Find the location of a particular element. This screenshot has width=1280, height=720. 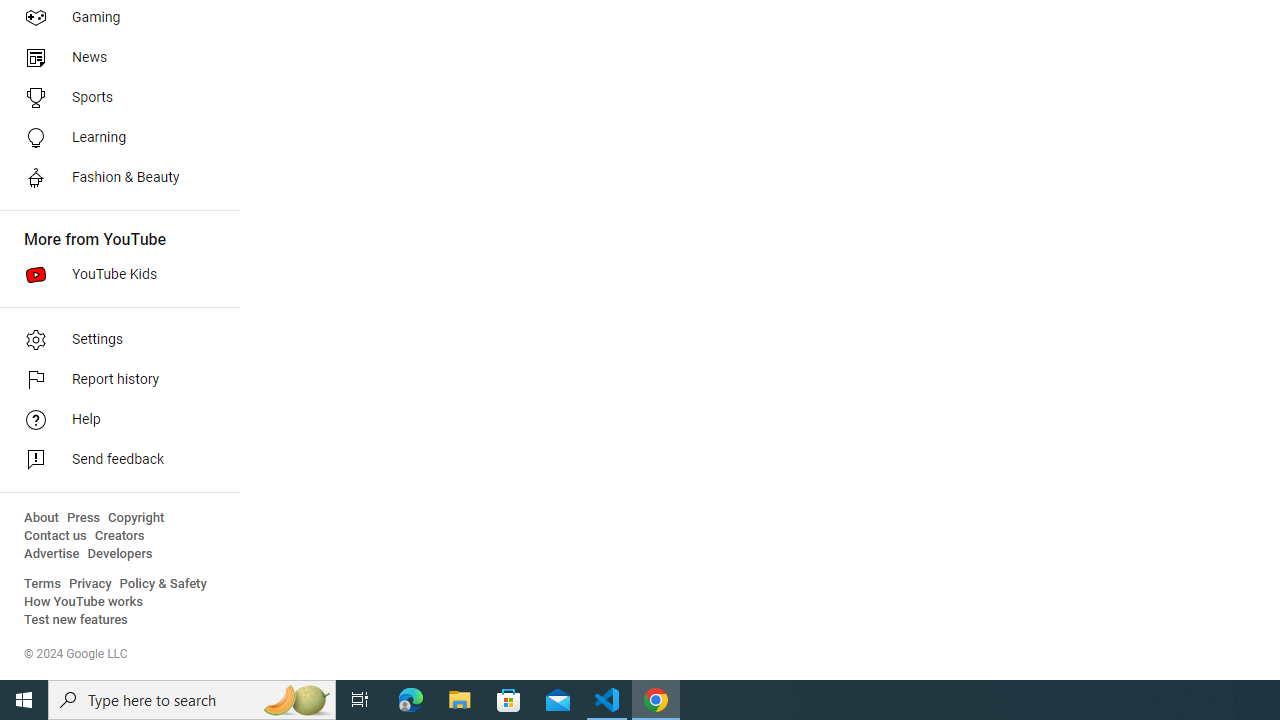

'Contact us' is located at coordinates (55, 535).